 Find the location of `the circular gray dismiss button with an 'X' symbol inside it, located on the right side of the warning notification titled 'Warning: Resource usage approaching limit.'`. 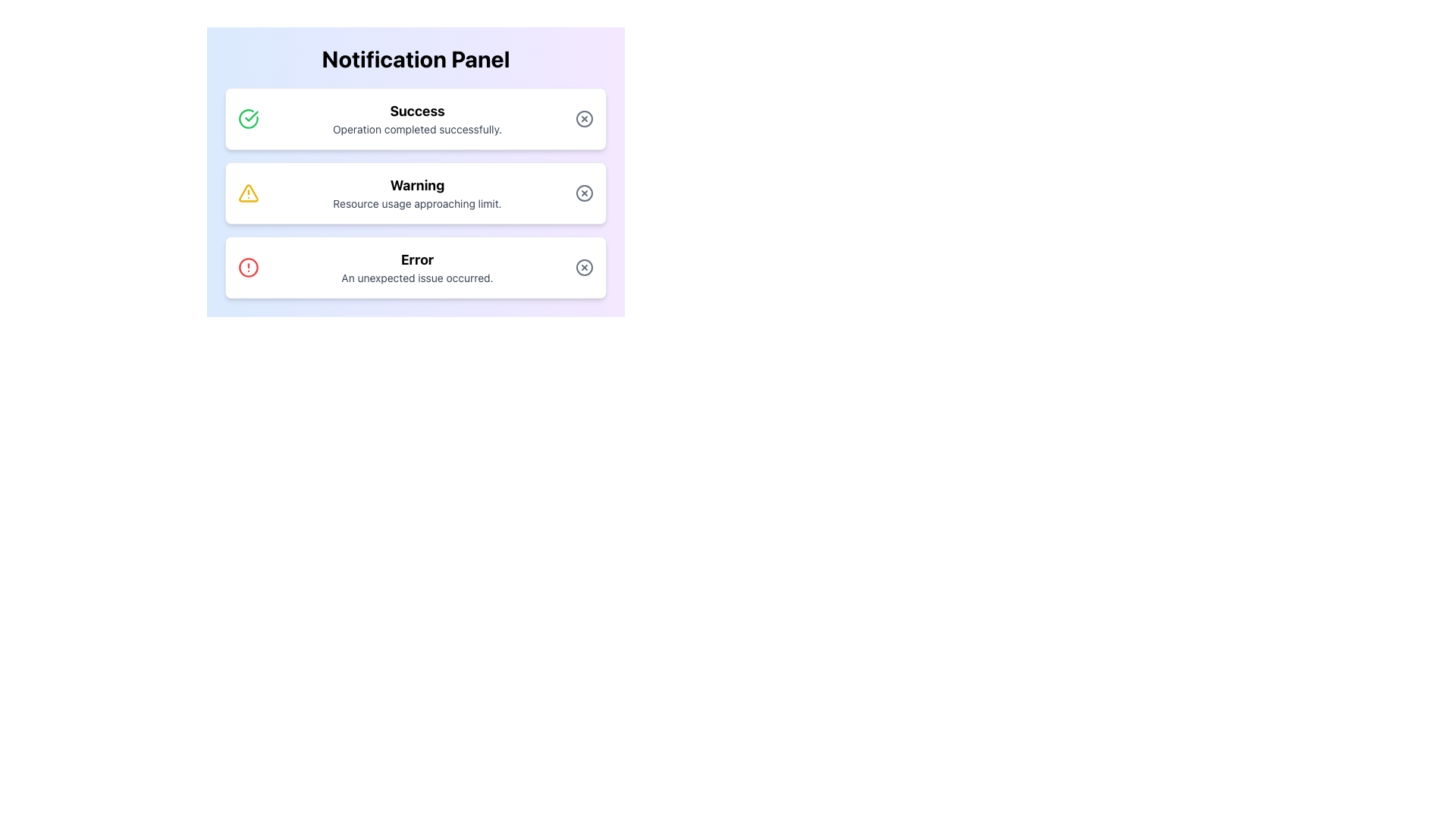

the circular gray dismiss button with an 'X' symbol inside it, located on the right side of the warning notification titled 'Warning: Resource usage approaching limit.' is located at coordinates (584, 192).